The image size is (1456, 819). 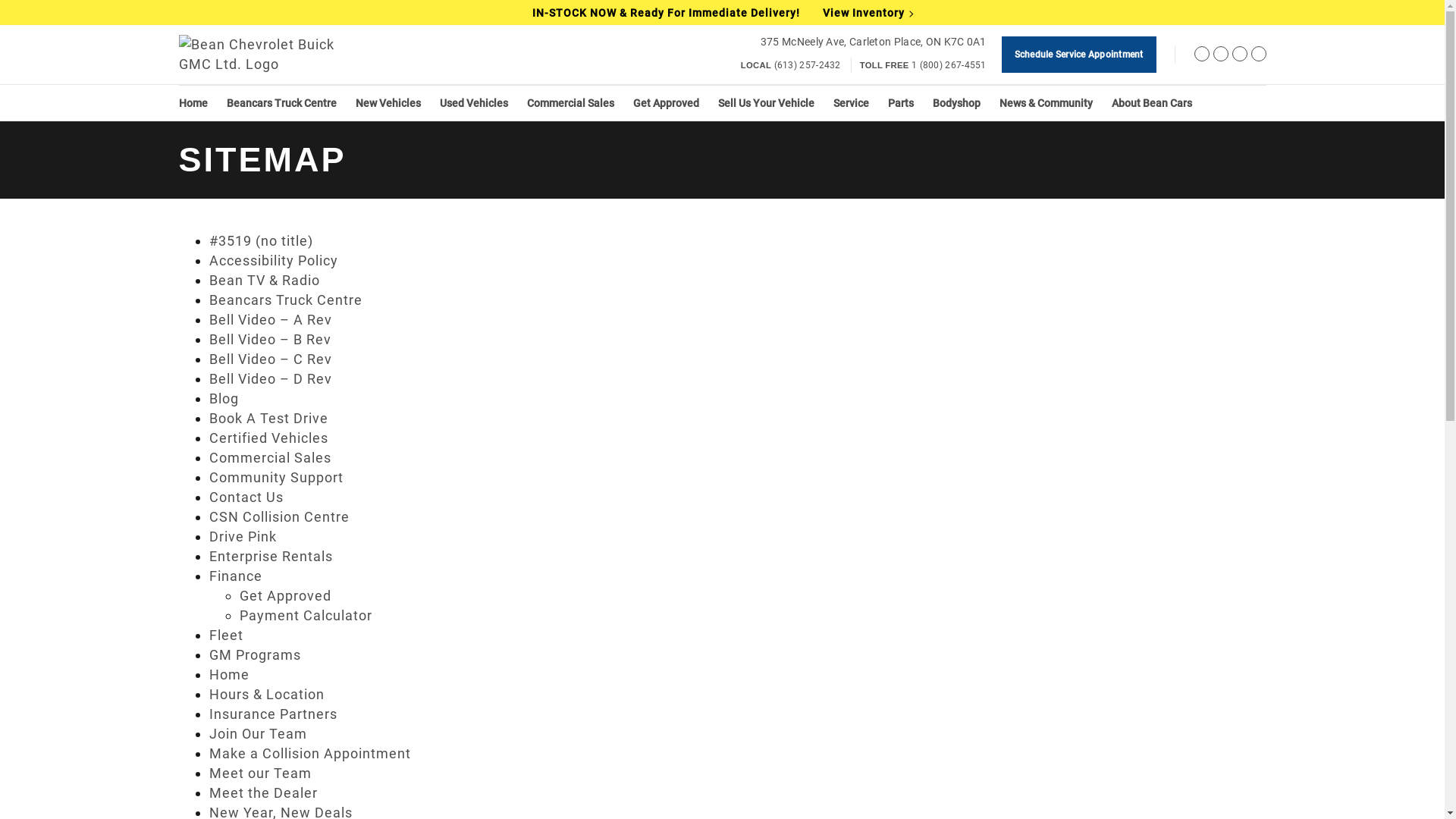 I want to click on 'Insurance Partners', so click(x=273, y=714).